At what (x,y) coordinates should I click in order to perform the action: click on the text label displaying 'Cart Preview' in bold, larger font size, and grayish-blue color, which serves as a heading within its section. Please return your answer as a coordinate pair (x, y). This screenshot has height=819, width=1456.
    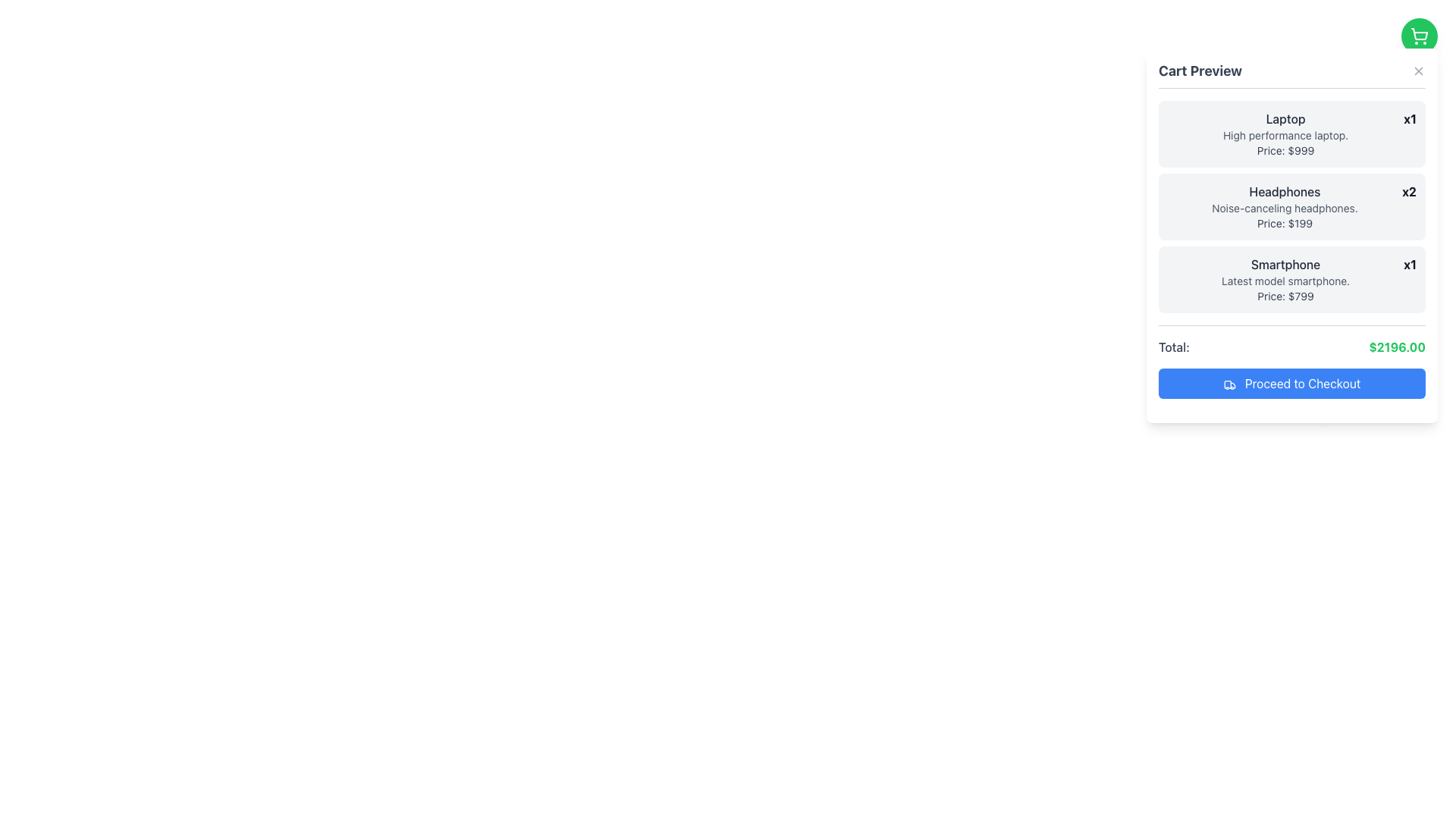
    Looking at the image, I should click on (1200, 71).